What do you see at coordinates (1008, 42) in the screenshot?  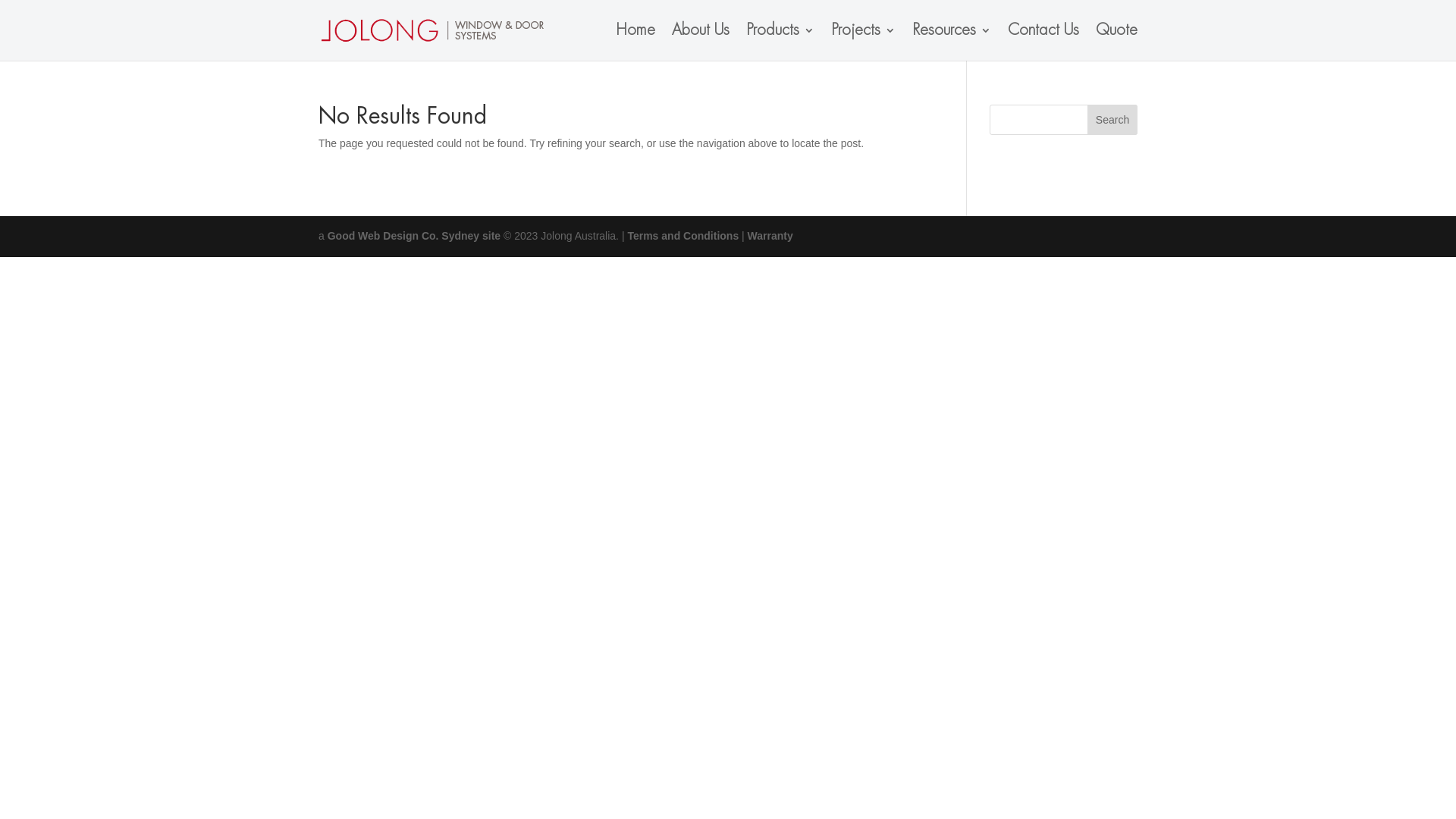 I see `'Contact Us'` at bounding box center [1008, 42].